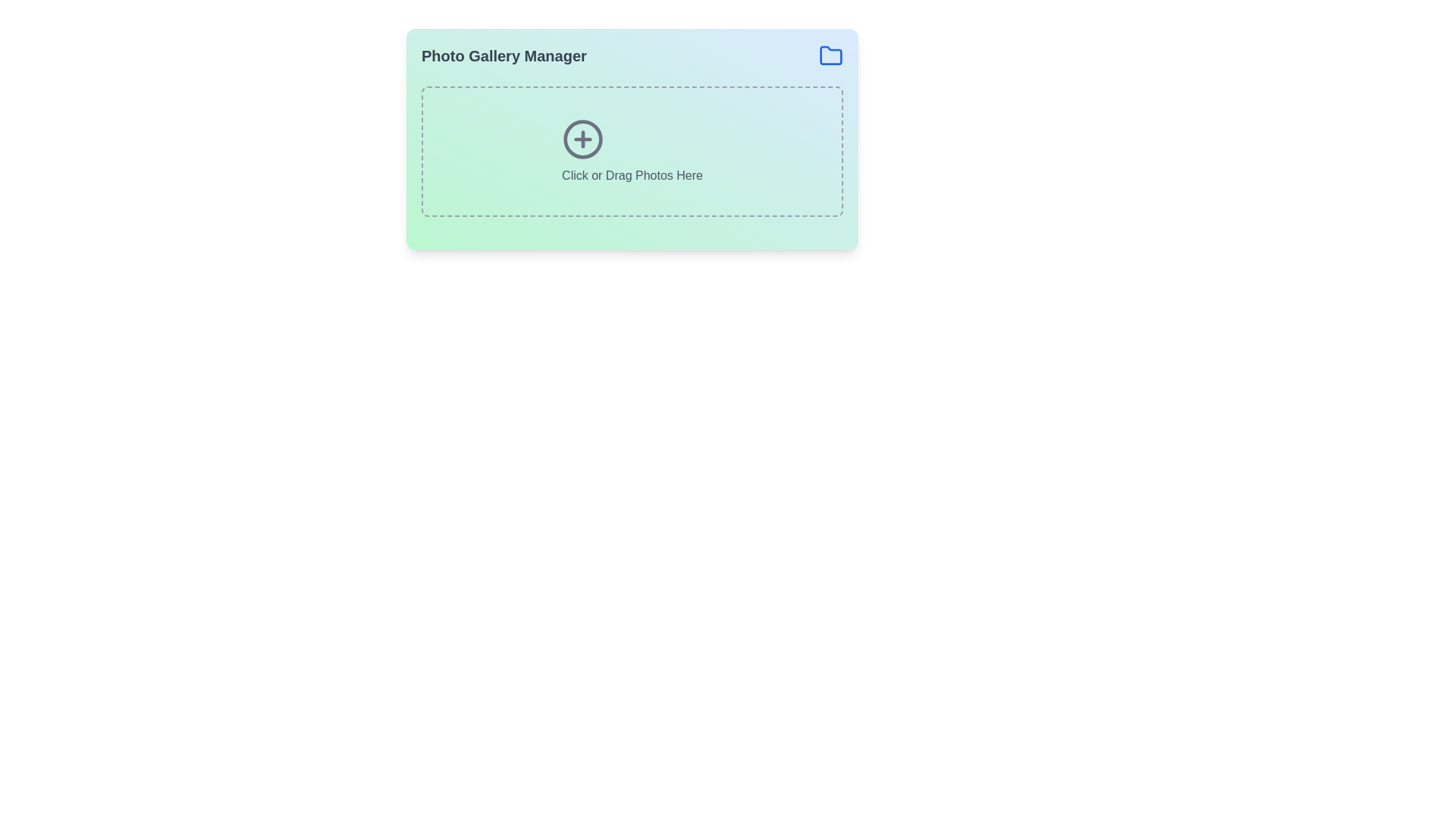 The image size is (1456, 819). Describe the element at coordinates (582, 140) in the screenshot. I see `the upload icon with a plus sign located at the center of the interactive area beneath the 'Photo Gallery Manager' title` at that location.